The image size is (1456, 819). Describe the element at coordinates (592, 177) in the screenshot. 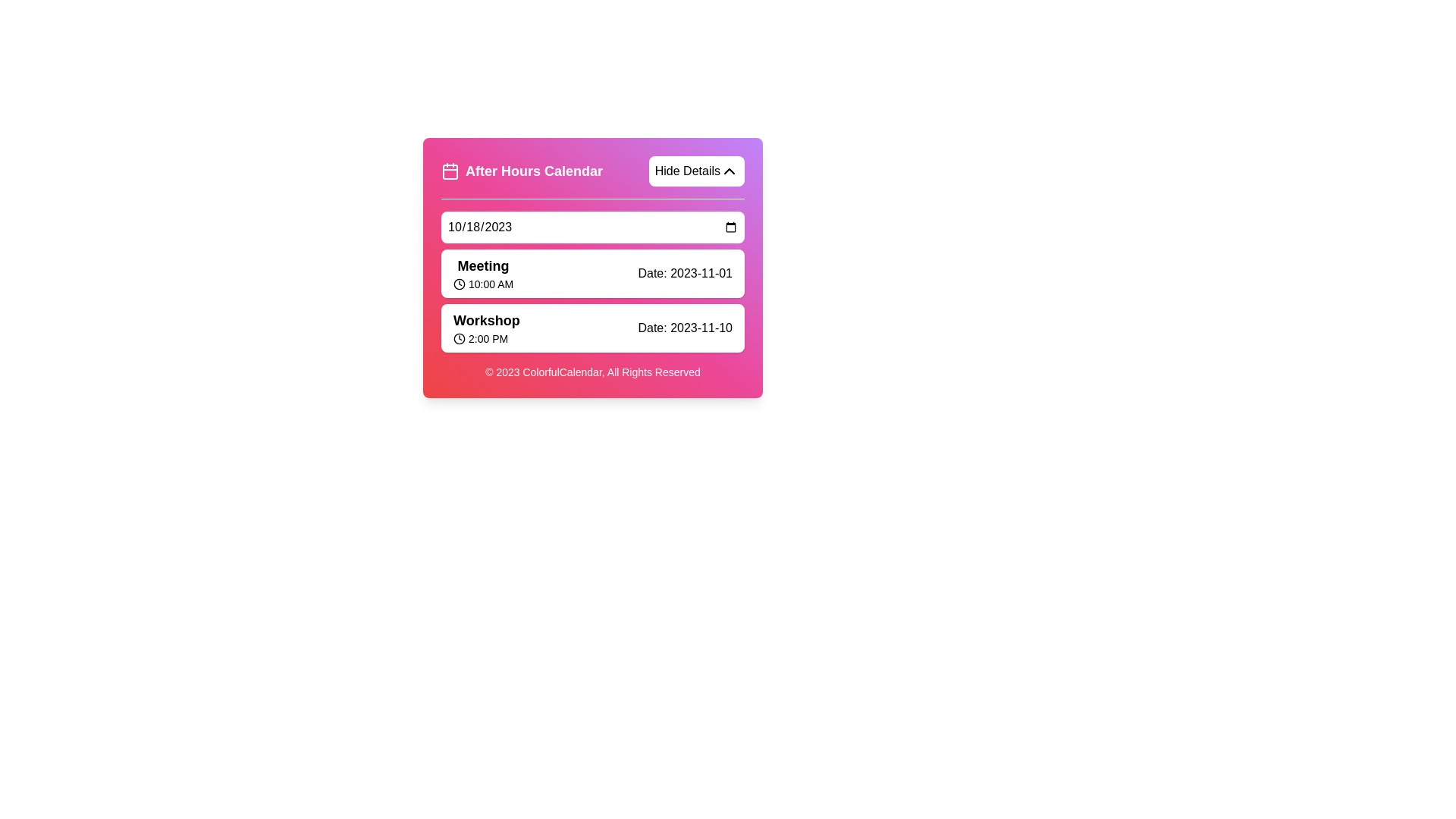

I see `the 'Hide Details' button located on the right side of the header bar, which has a gradient background and contains the text 'After Hours Calendar' on the left` at that location.